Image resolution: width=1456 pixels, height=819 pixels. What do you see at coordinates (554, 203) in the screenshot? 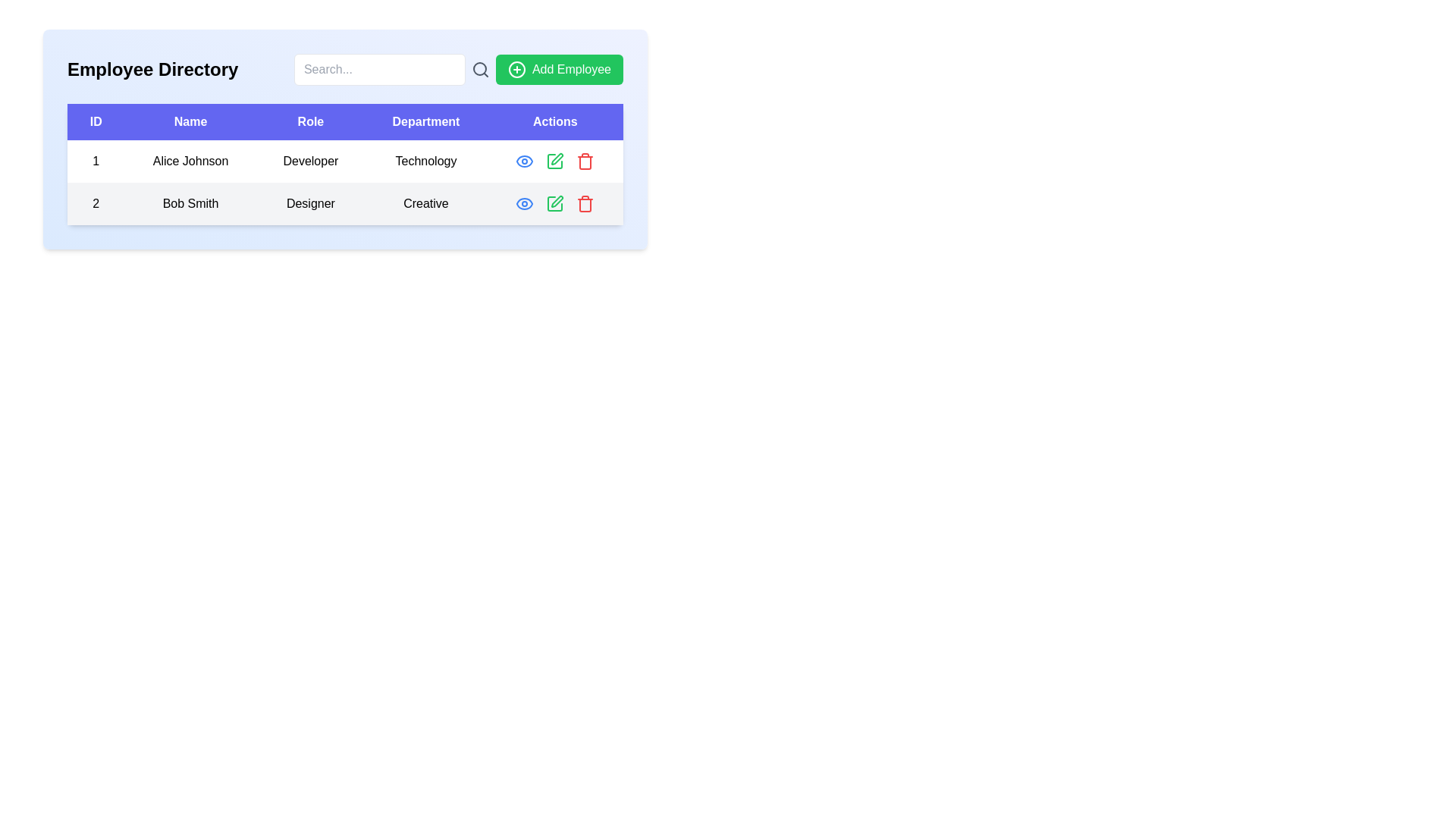
I see `the editing button in the 'Actions' column of the second row in the 'Employee Directory' table` at bounding box center [554, 203].